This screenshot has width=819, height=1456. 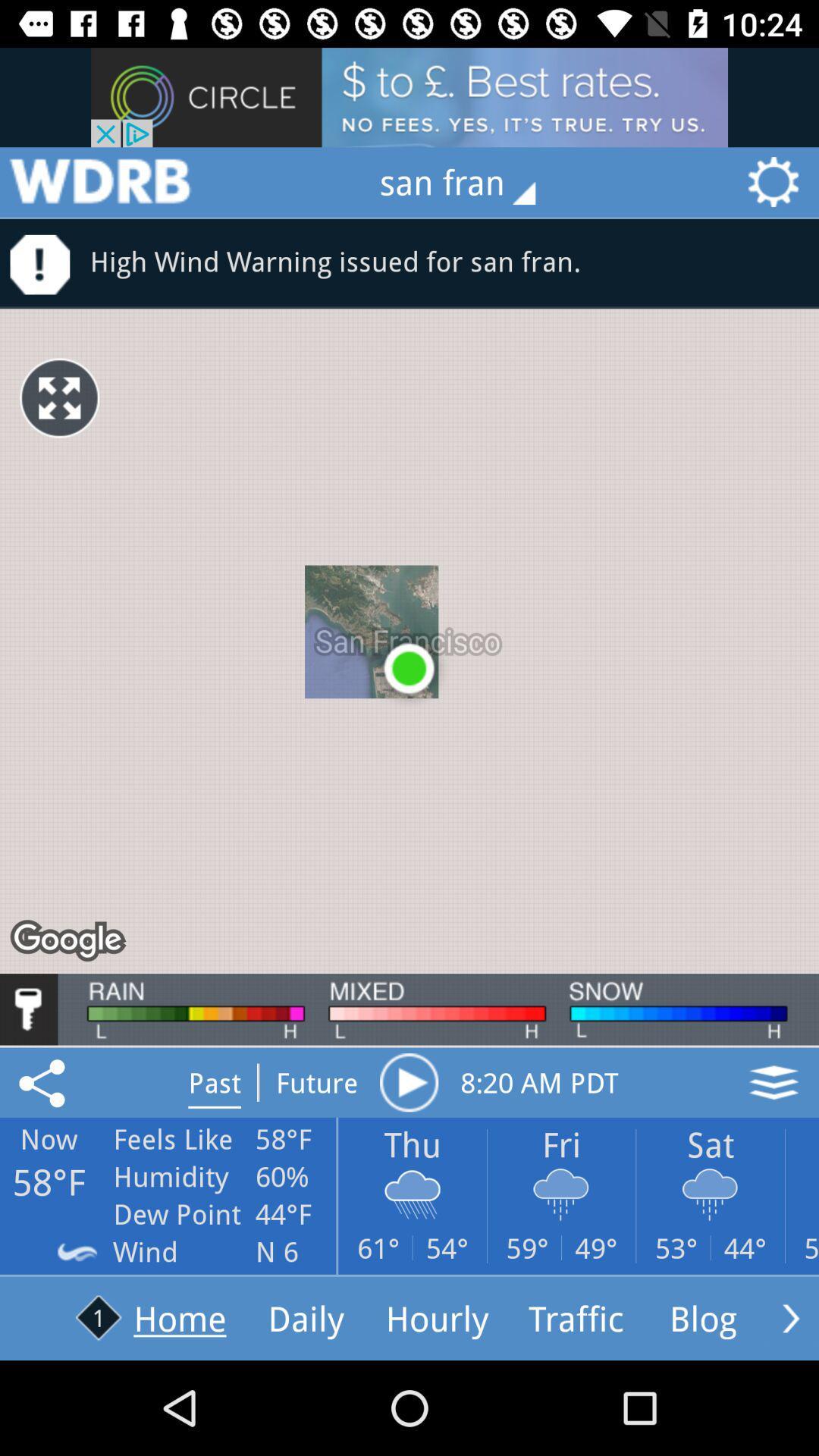 What do you see at coordinates (44, 1081) in the screenshot?
I see `share` at bounding box center [44, 1081].